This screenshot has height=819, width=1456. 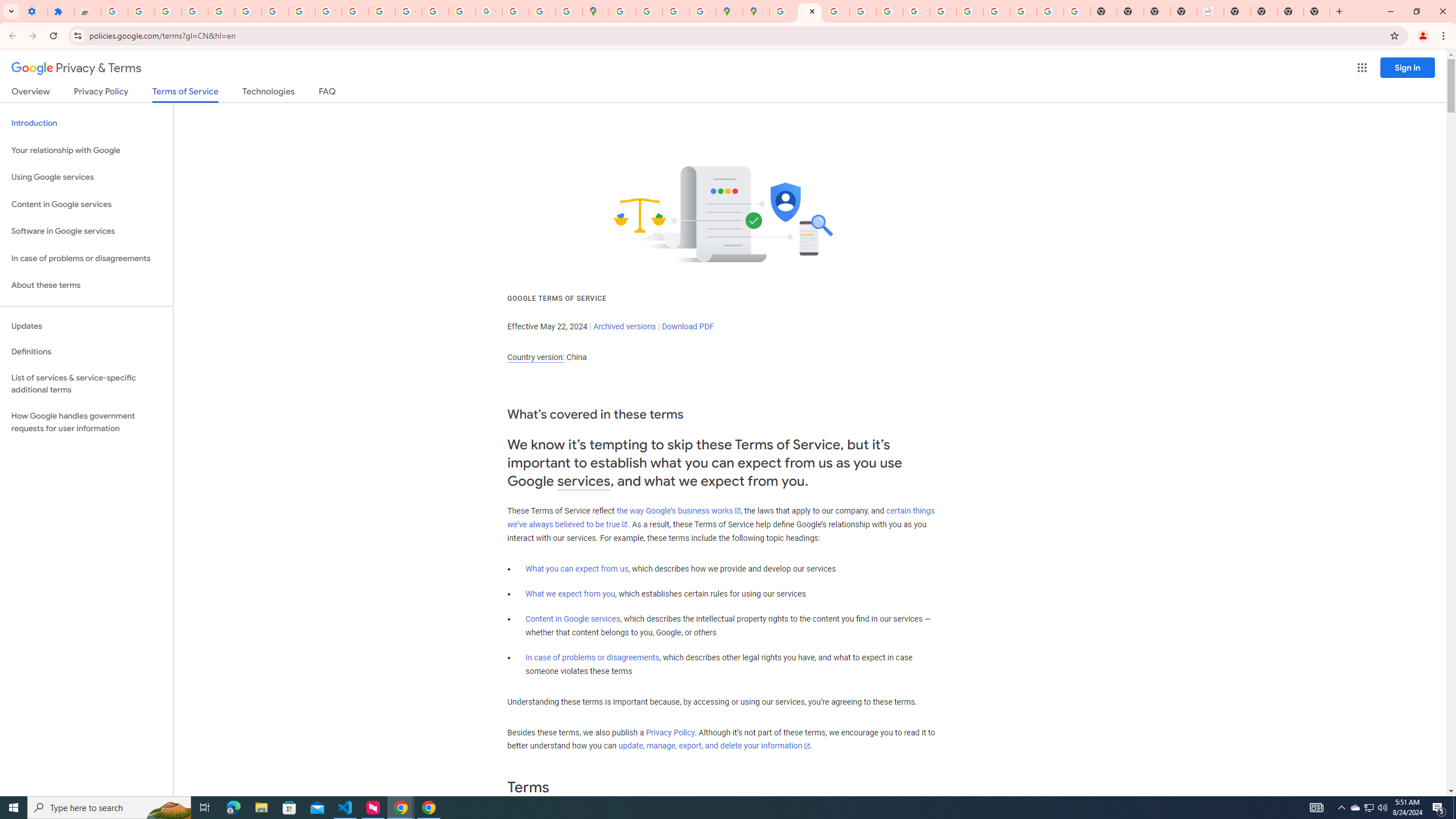 What do you see at coordinates (328, 11) in the screenshot?
I see `'YouTube'` at bounding box center [328, 11].